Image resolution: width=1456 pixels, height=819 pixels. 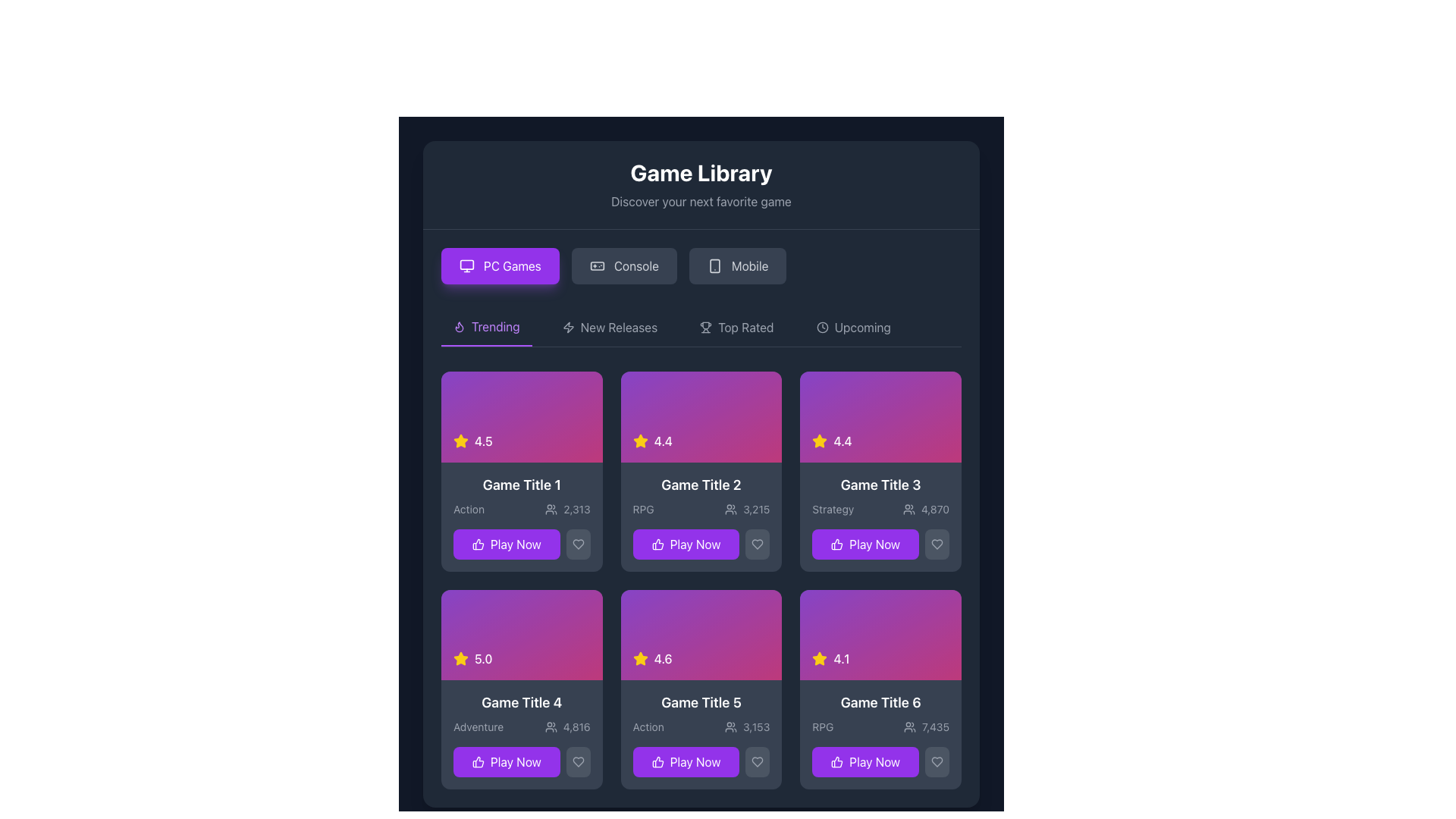 What do you see at coordinates (482, 658) in the screenshot?
I see `text label displaying '5.0' in white color, located next to the yellow star icon in the lower-left corner of the fourth card in the grid` at bounding box center [482, 658].